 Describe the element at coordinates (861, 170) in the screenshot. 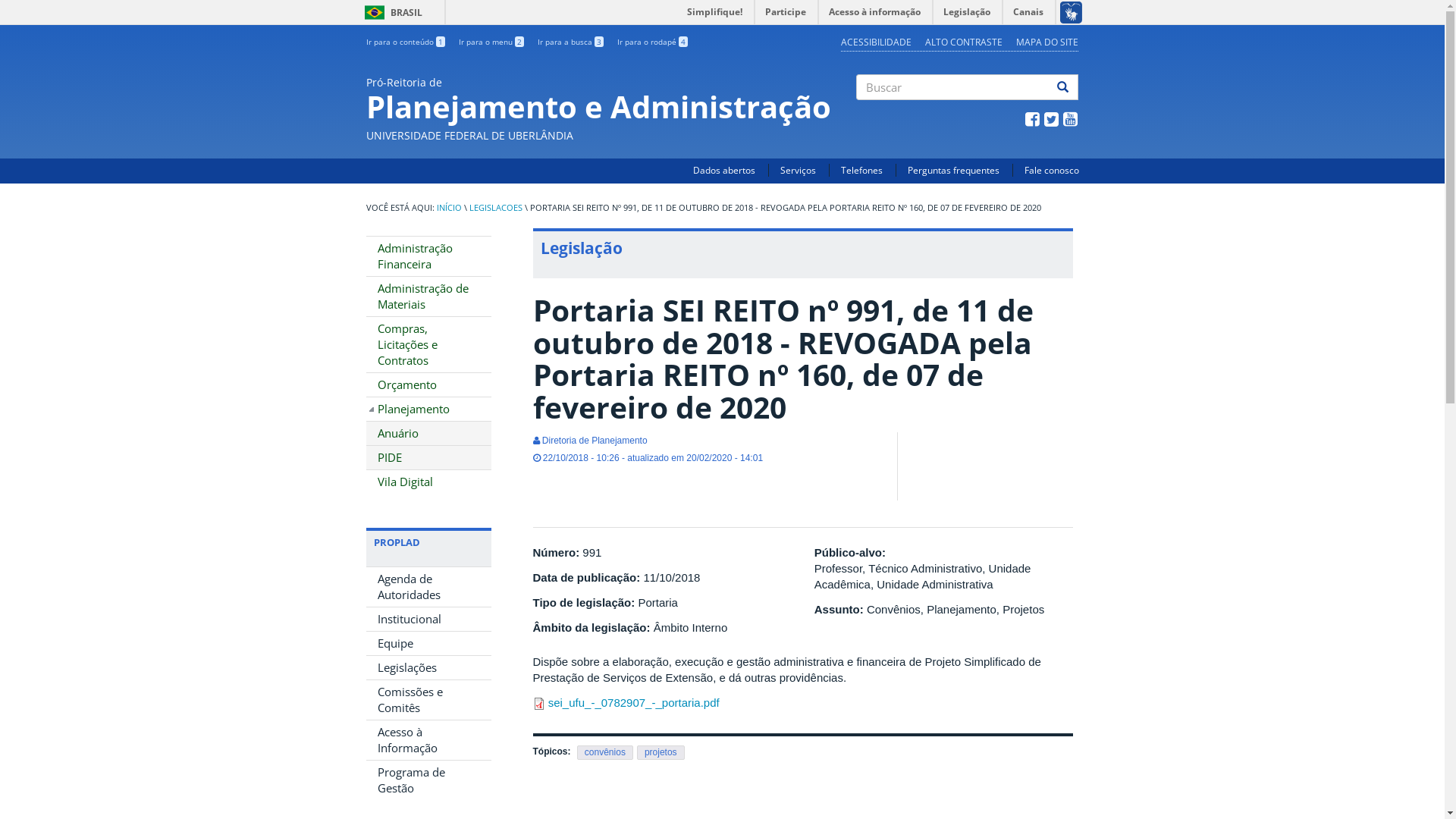

I see `'Telefones'` at that location.